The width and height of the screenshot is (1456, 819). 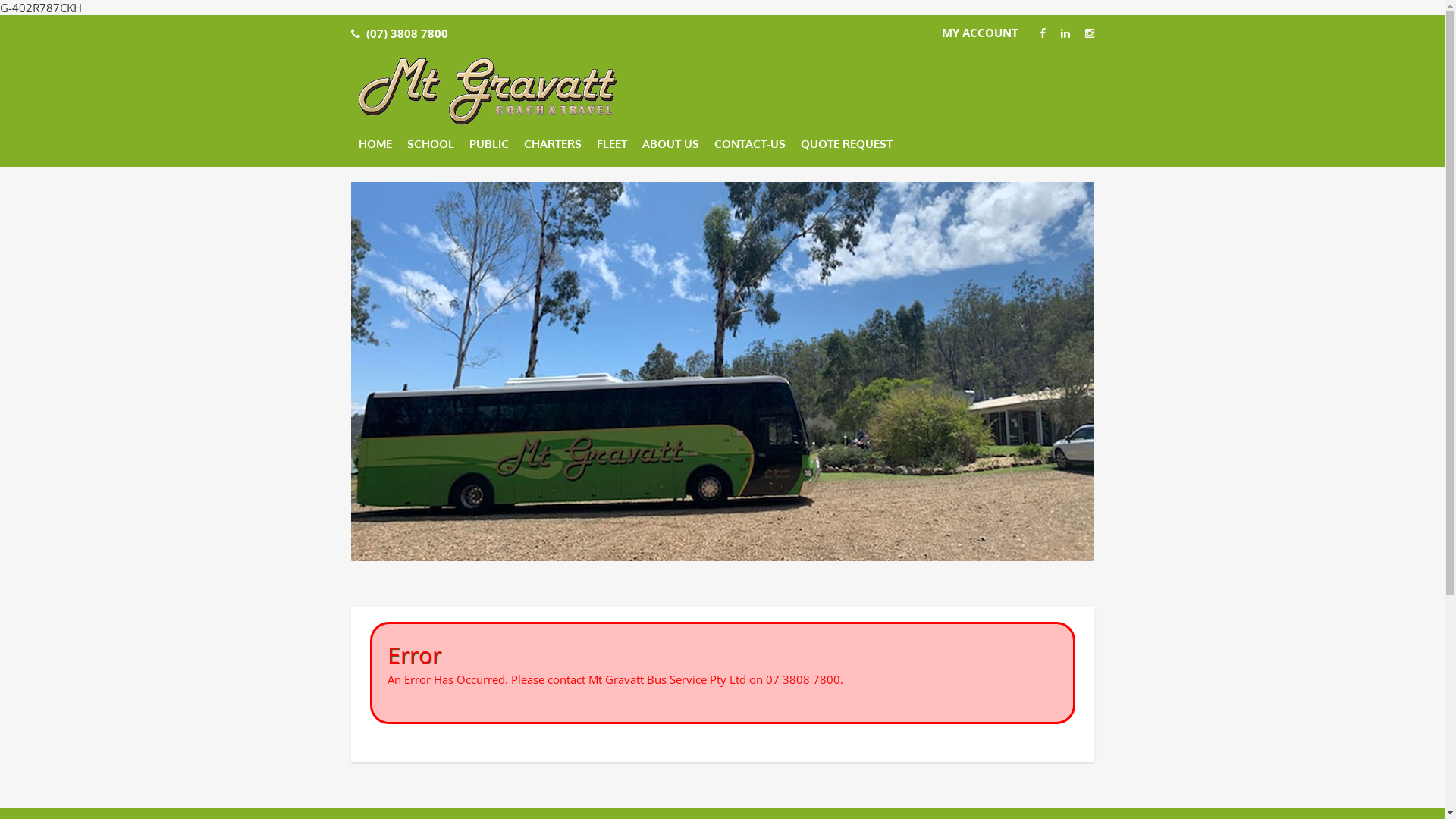 I want to click on 'FLEET', so click(x=611, y=143).